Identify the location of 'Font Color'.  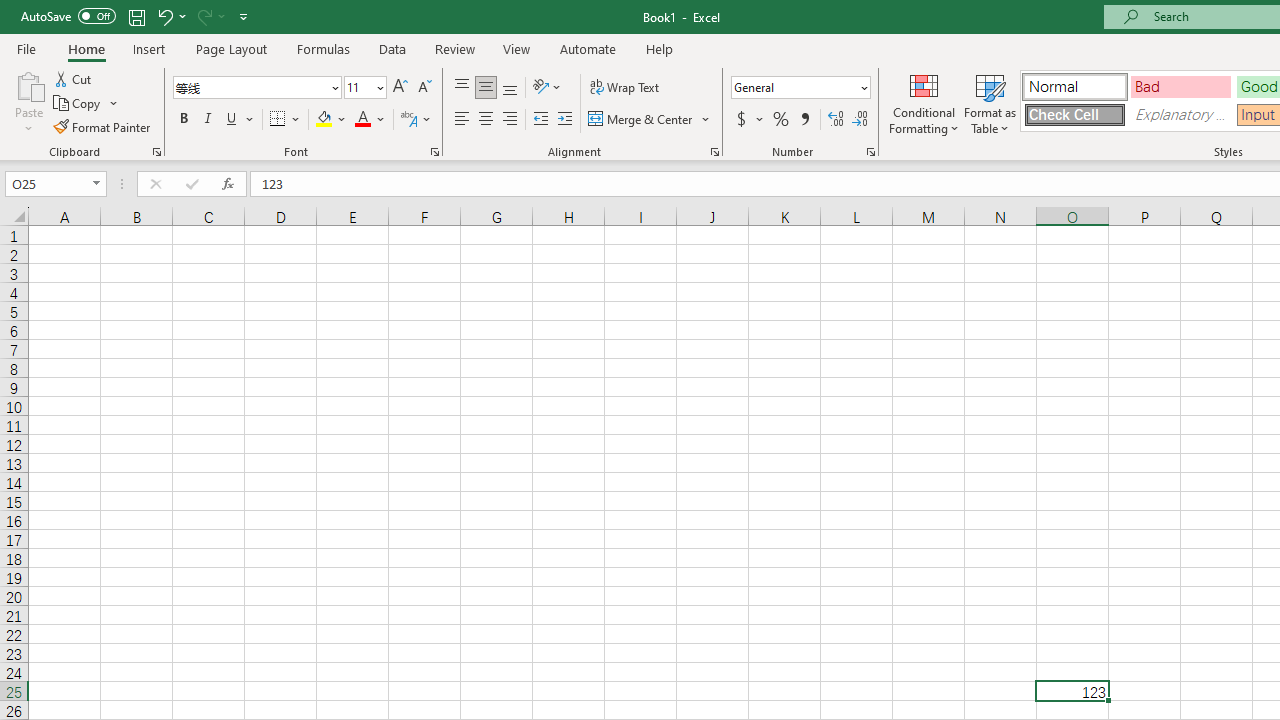
(370, 119).